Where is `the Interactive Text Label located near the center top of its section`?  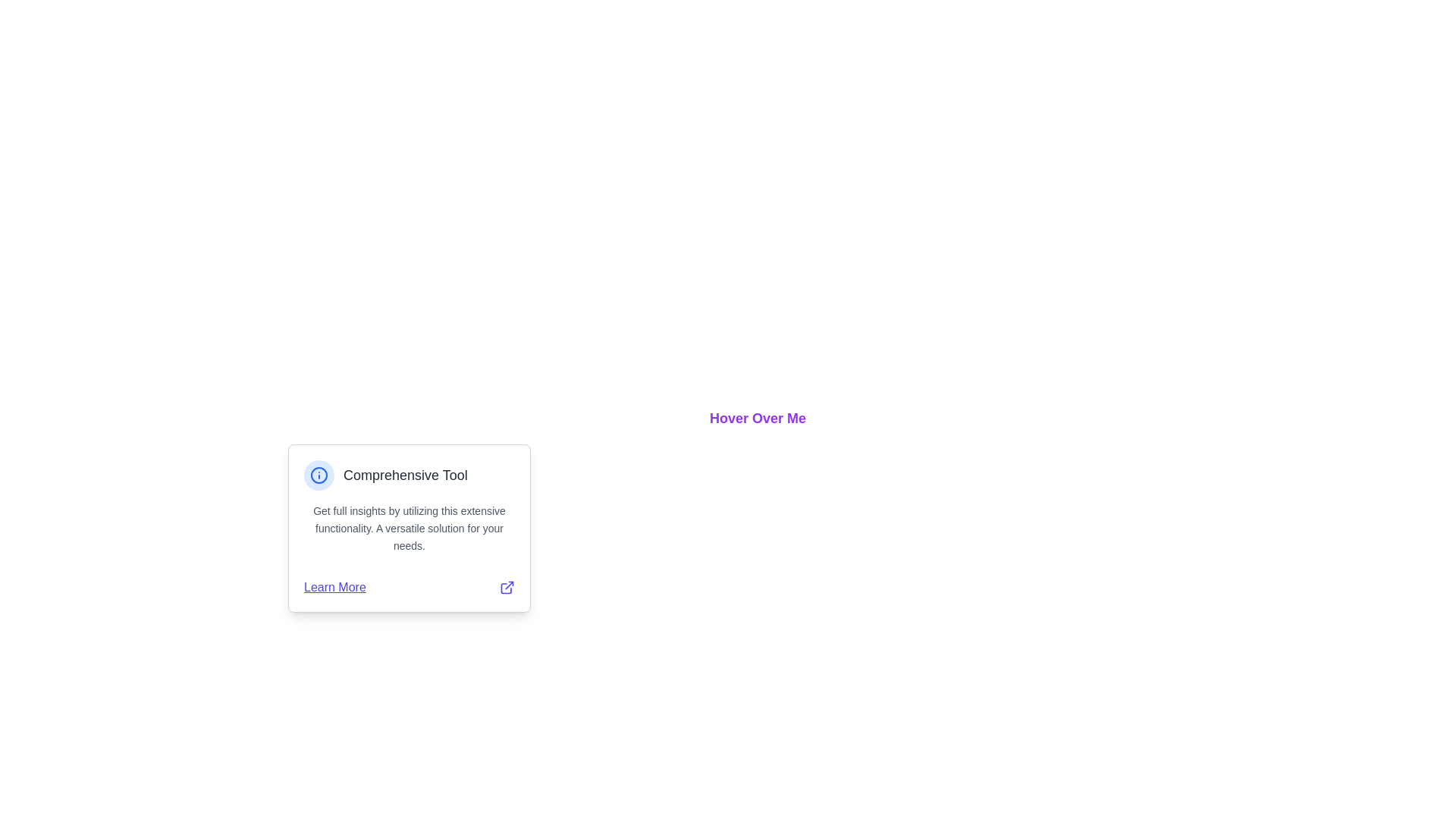
the Interactive Text Label located near the center top of its section is located at coordinates (758, 418).